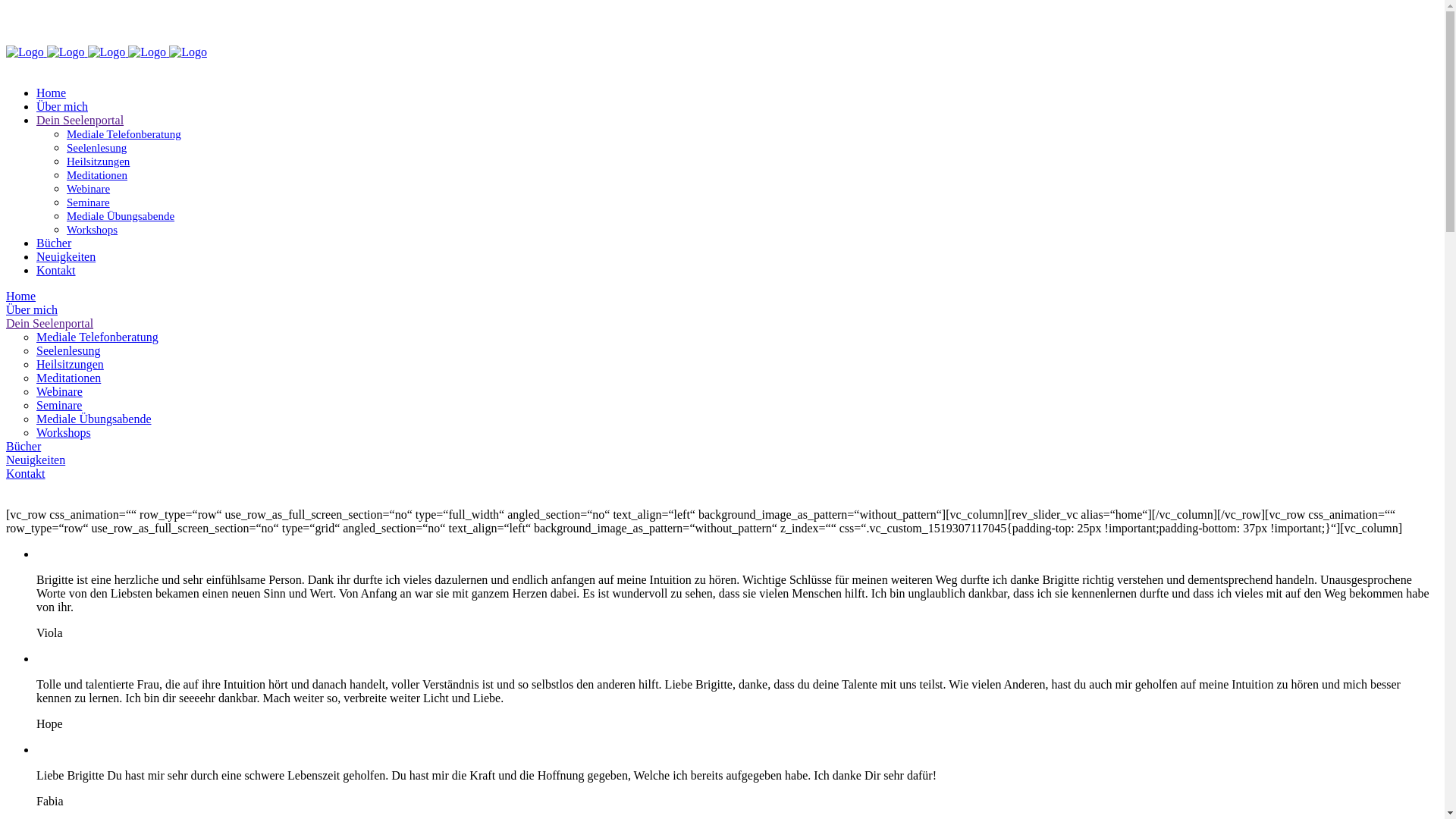  I want to click on 'Heilsitzungen', so click(36, 364).